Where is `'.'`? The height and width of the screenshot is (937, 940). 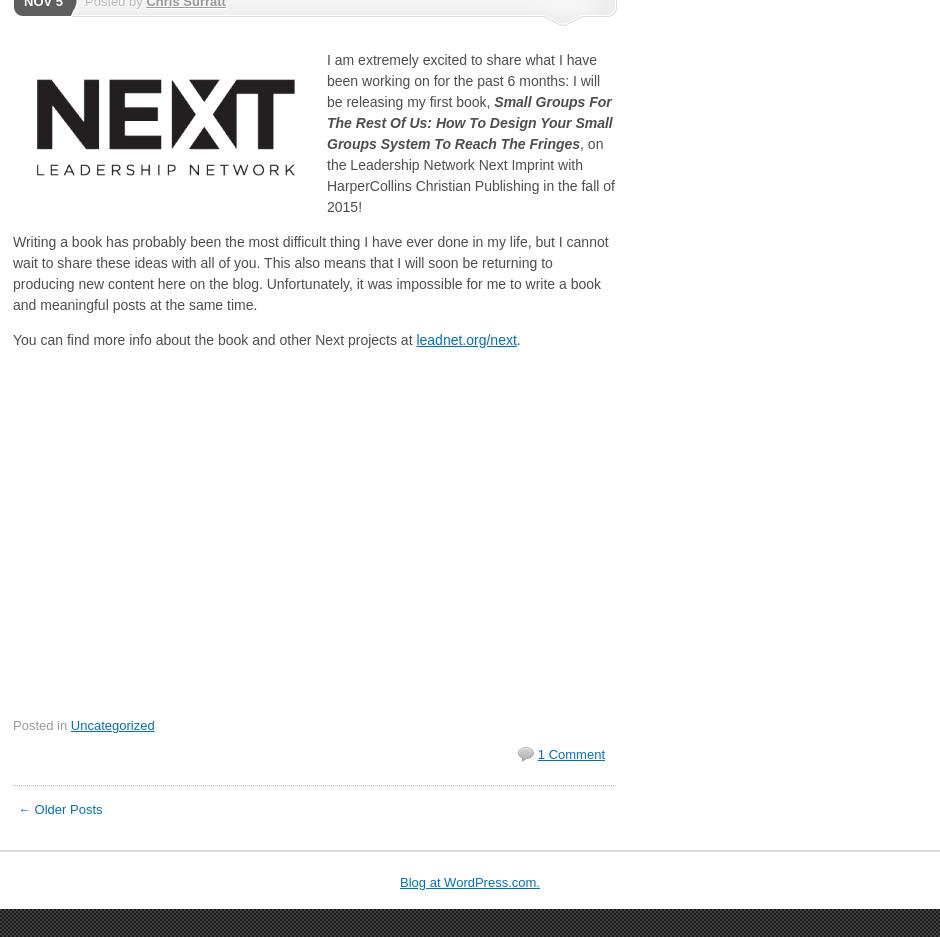
'.' is located at coordinates (514, 340).